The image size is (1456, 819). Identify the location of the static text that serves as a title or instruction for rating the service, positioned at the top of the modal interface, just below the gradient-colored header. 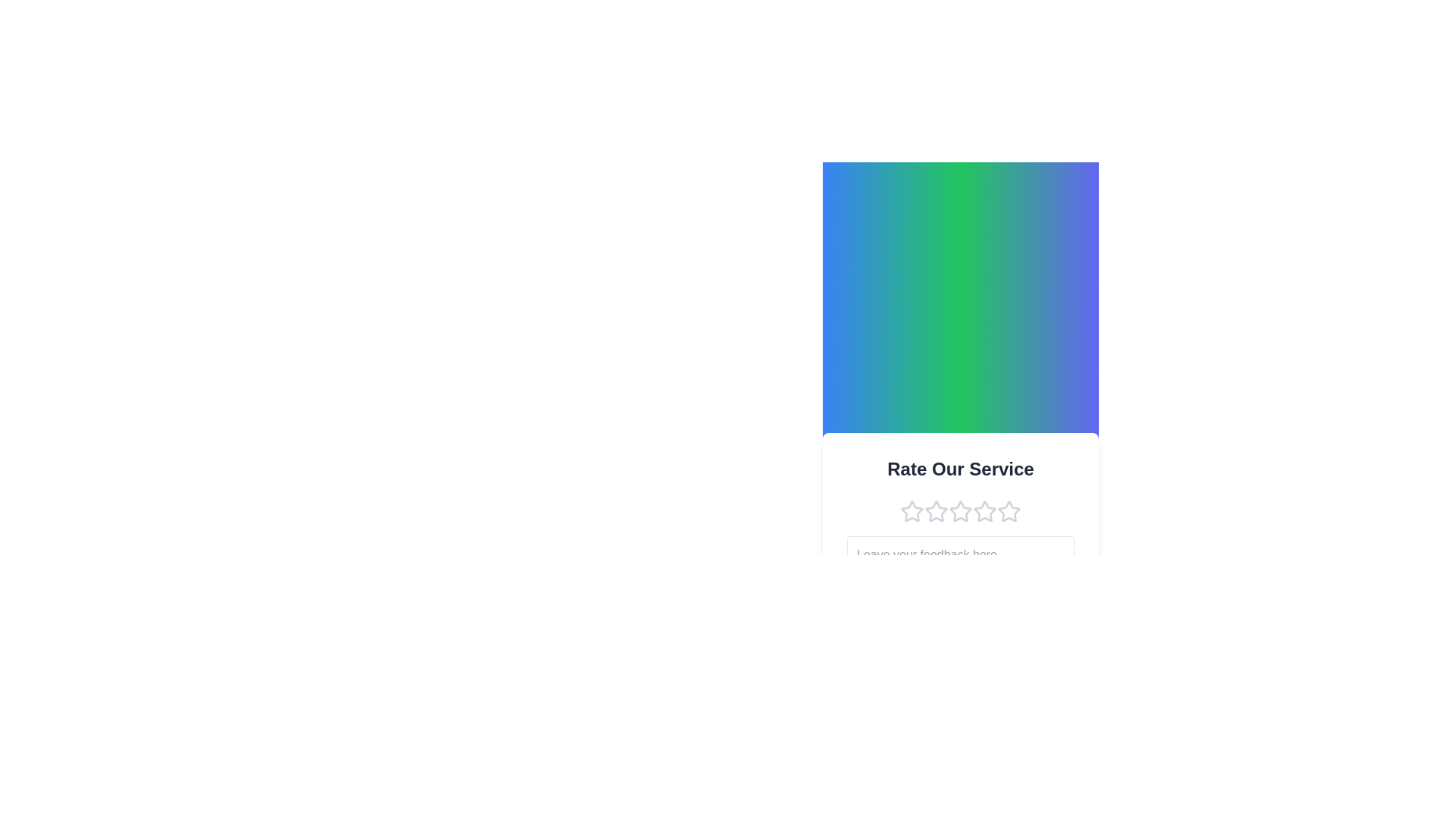
(960, 467).